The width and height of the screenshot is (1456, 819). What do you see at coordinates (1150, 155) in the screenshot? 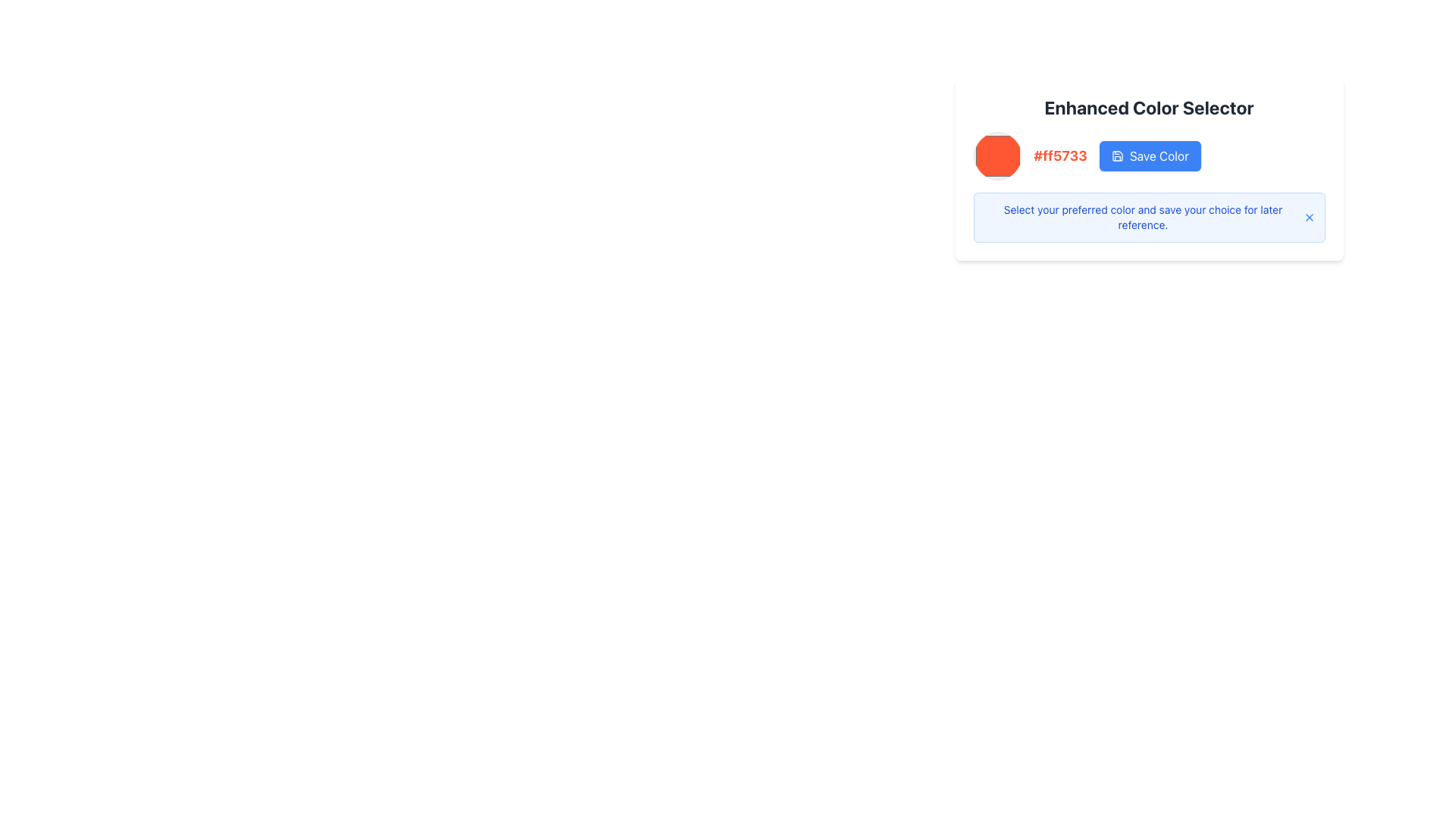
I see `the save button located to the right of the color code text` at bounding box center [1150, 155].